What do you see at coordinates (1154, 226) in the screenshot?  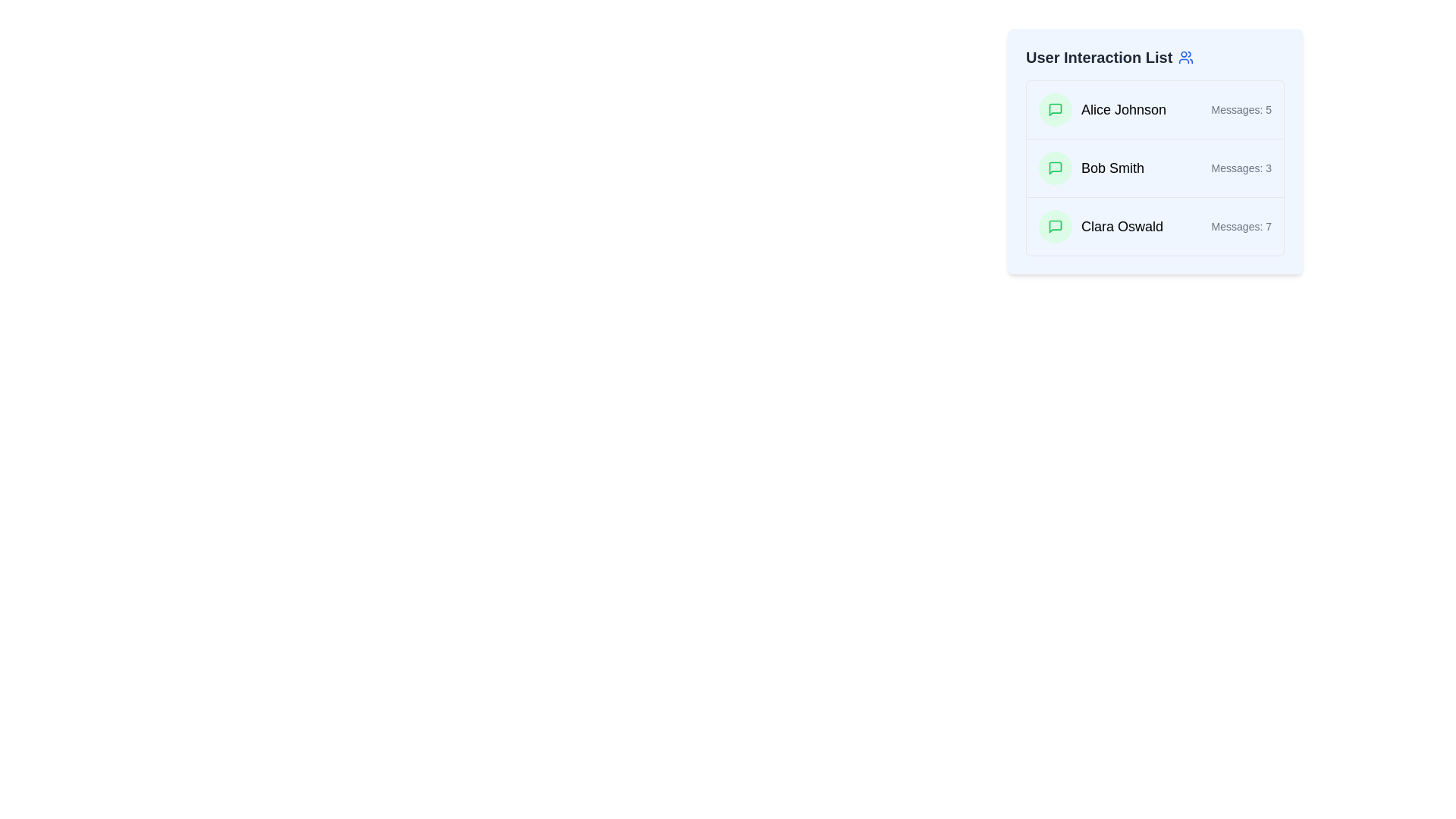 I see `the list item corresponding to Clara Oswald` at bounding box center [1154, 226].